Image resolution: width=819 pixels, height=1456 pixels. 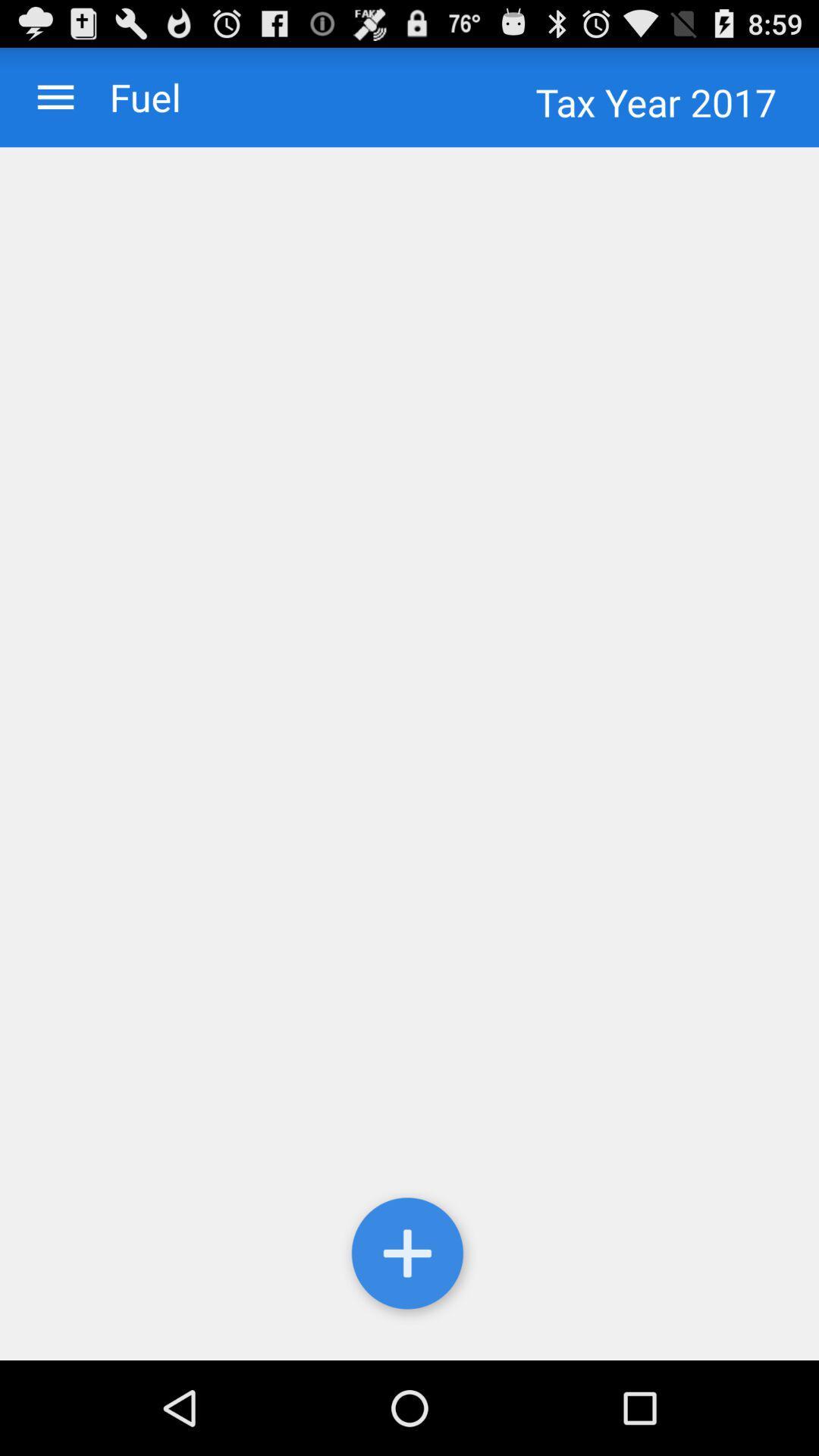 I want to click on the item at the bottom, so click(x=409, y=1257).